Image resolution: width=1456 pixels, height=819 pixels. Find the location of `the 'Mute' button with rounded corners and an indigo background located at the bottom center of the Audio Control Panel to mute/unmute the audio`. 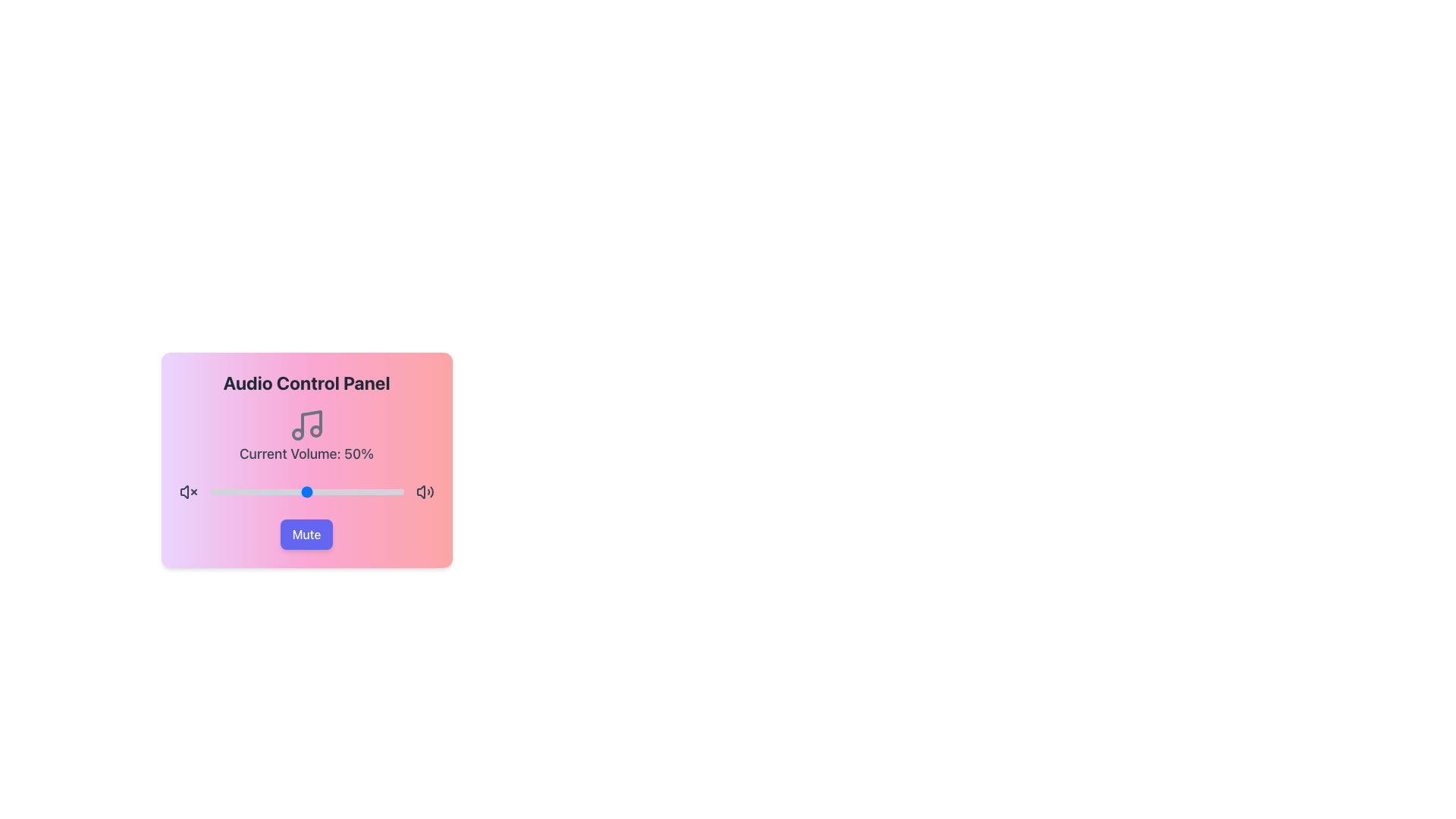

the 'Mute' button with rounded corners and an indigo background located at the bottom center of the Audio Control Panel to mute/unmute the audio is located at coordinates (306, 534).